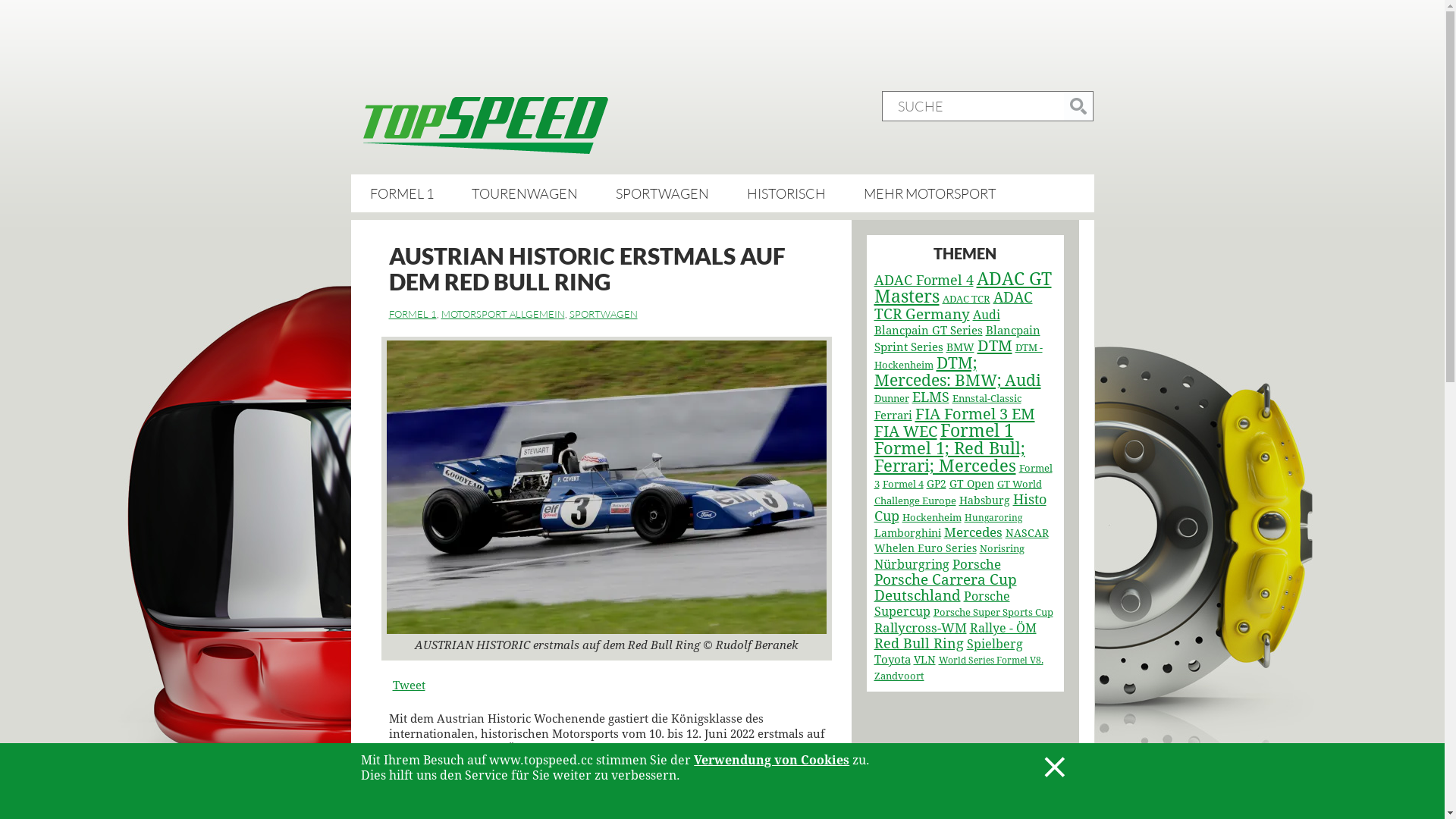  What do you see at coordinates (935, 483) in the screenshot?
I see `'GP2'` at bounding box center [935, 483].